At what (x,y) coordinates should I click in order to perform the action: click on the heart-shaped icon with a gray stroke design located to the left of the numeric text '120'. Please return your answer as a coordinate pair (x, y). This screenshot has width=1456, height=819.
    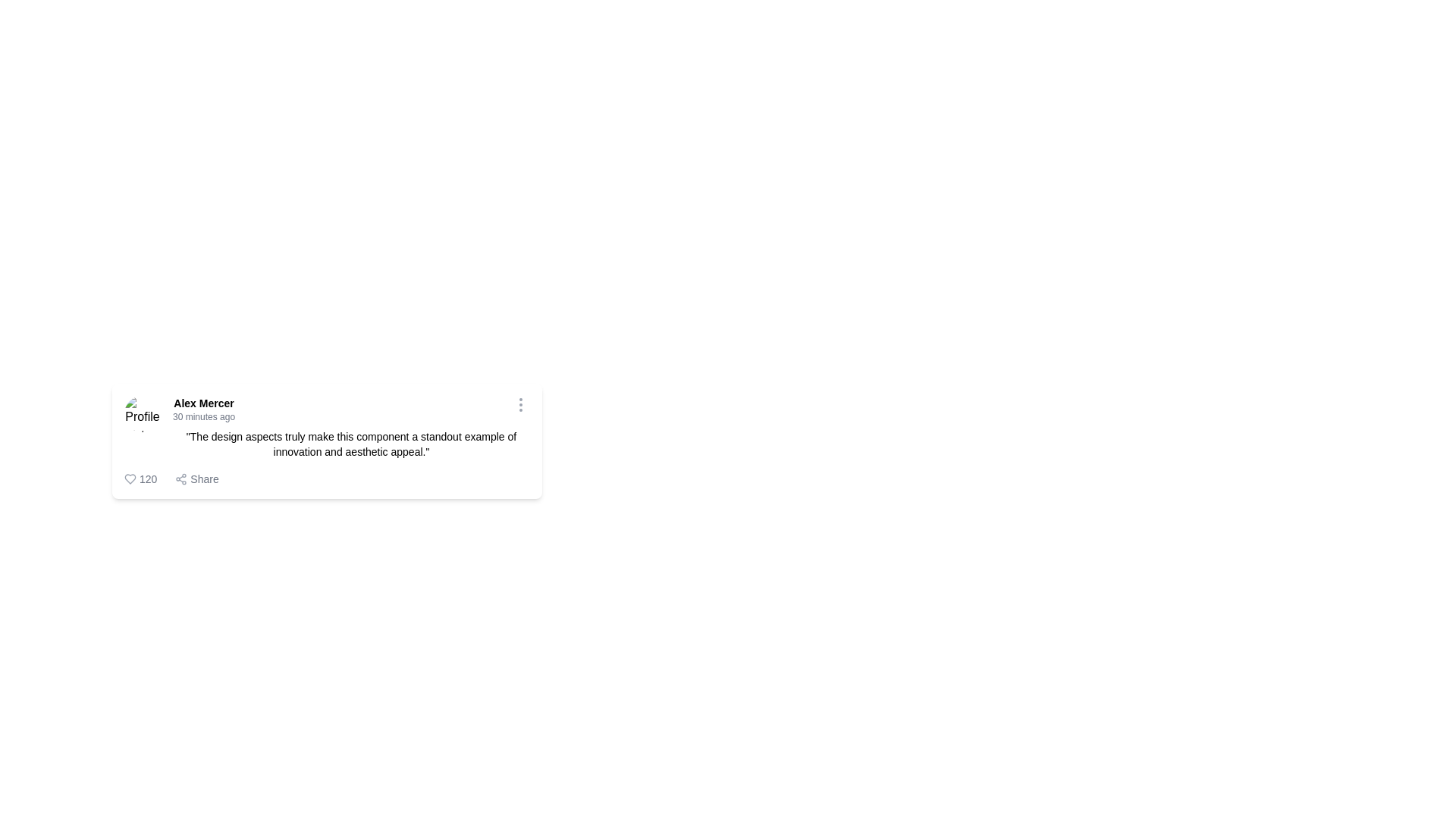
    Looking at the image, I should click on (130, 479).